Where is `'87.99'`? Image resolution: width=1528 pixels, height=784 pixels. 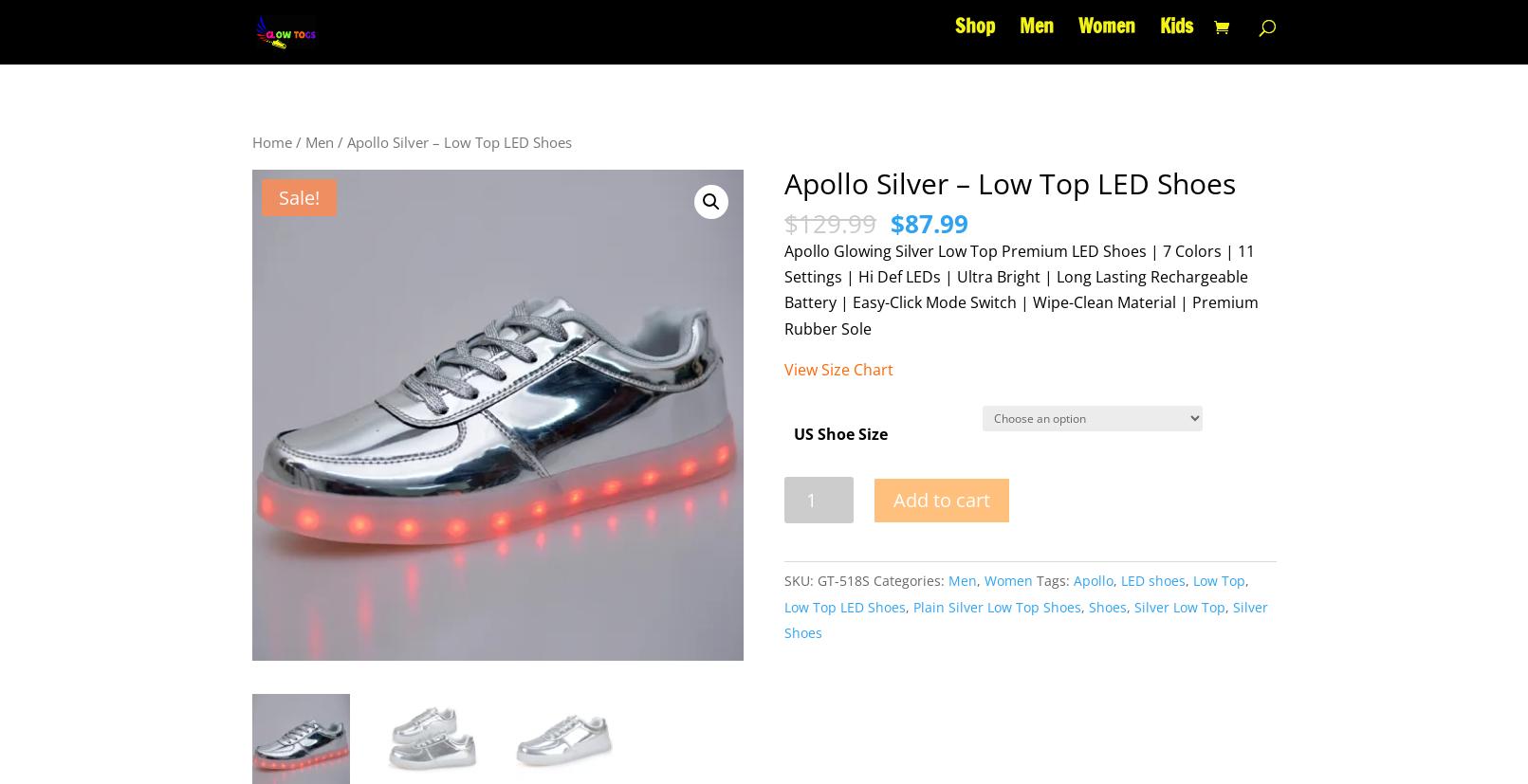
'87.99' is located at coordinates (935, 222).